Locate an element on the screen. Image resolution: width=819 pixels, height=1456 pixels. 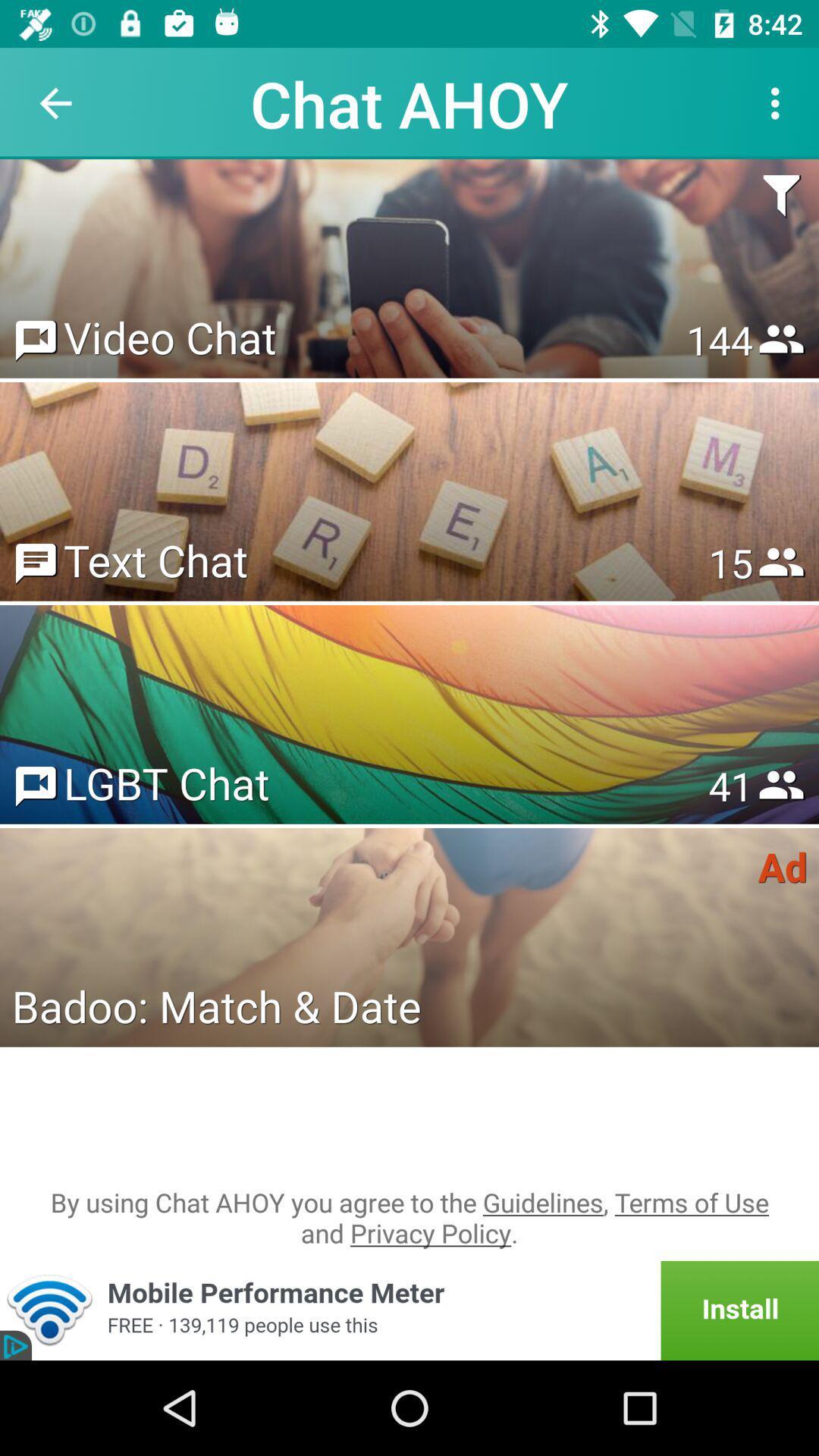
item above the 153 item is located at coordinates (778, 199).